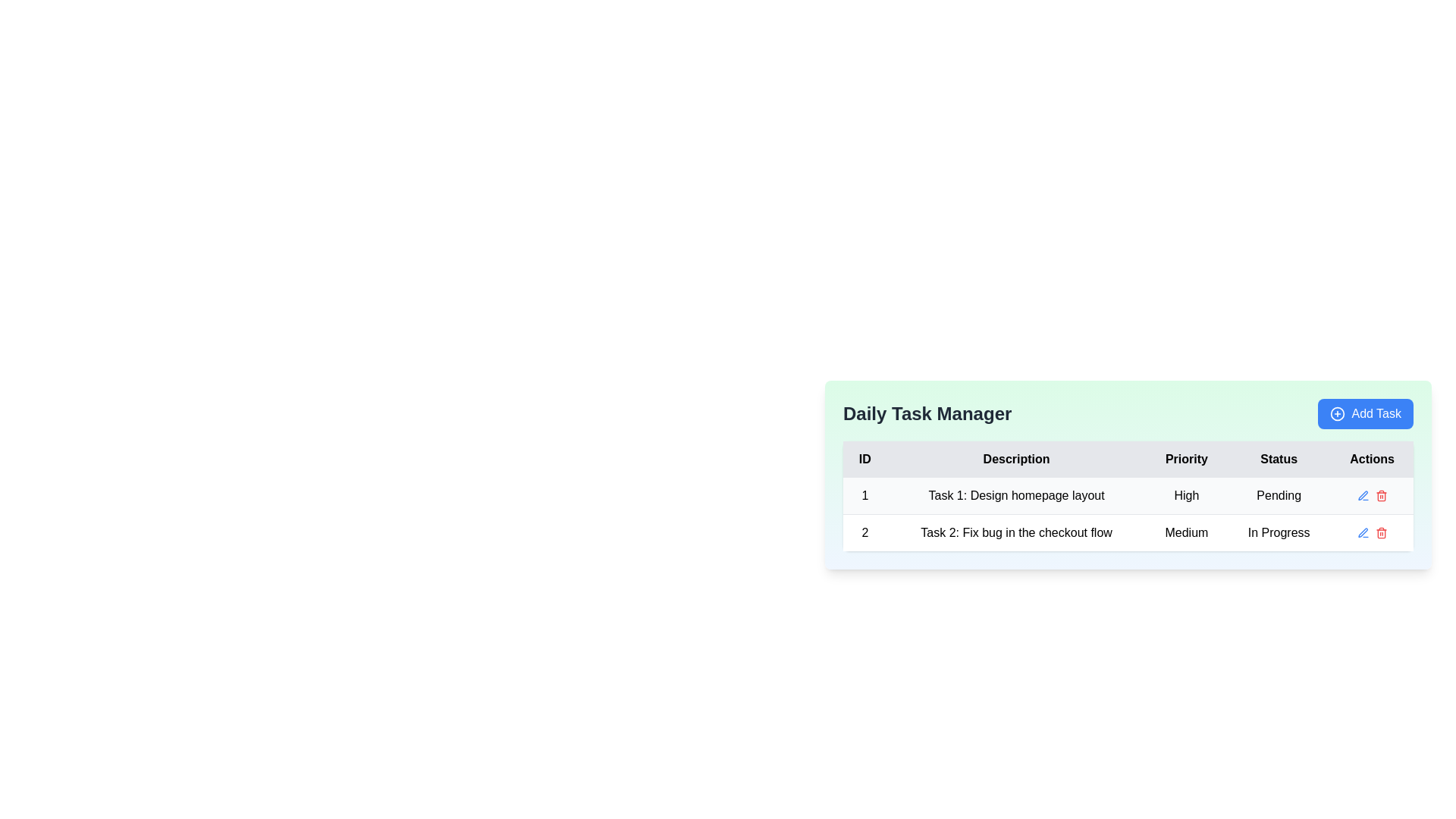 This screenshot has height=819, width=1456. Describe the element at coordinates (1338, 414) in the screenshot. I see `the addition icon within the blue 'Add Task' button located at the top-right corner of the 'Daily Task Manager' interface to invoke the add task action` at that location.